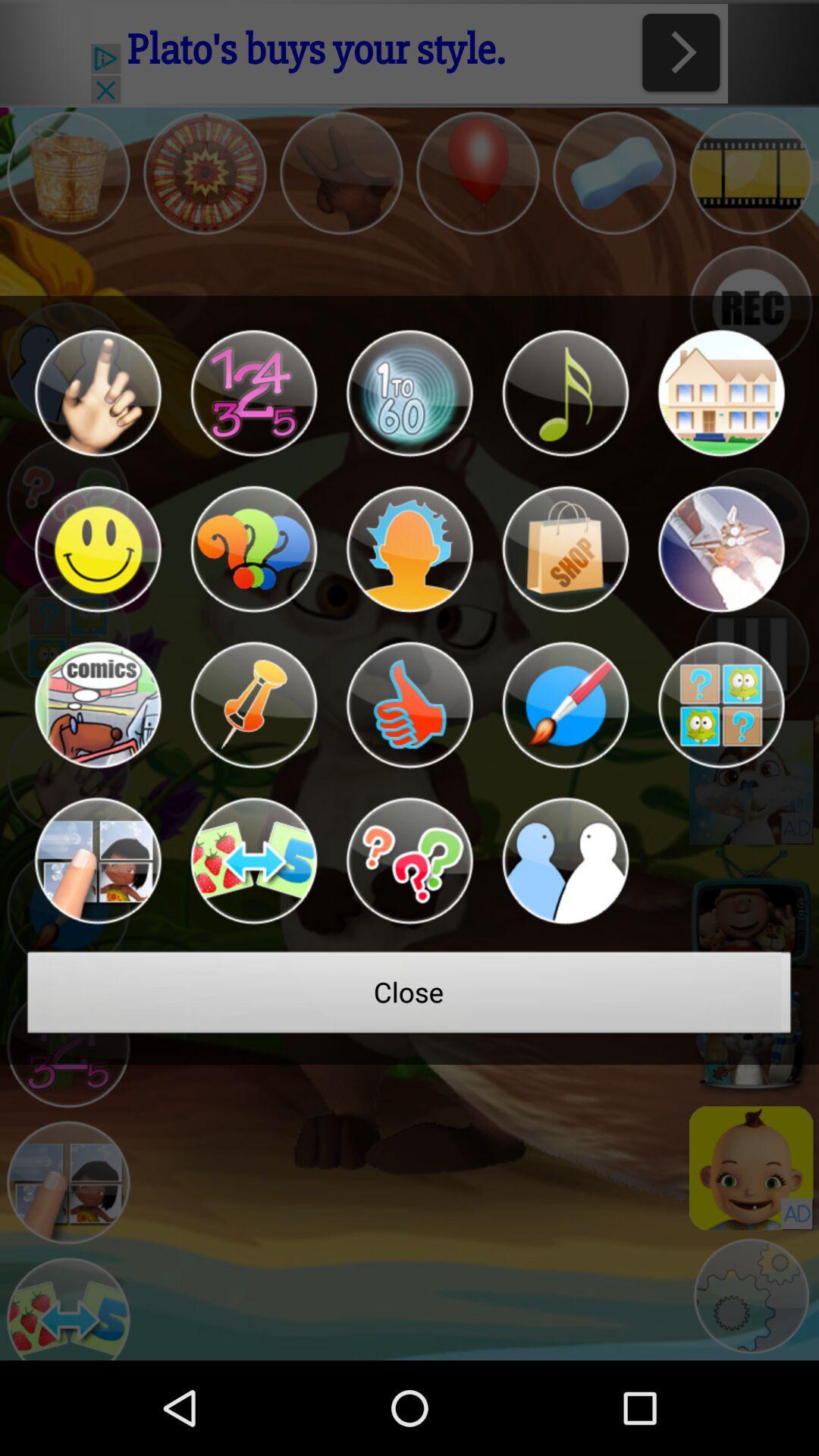  Describe the element at coordinates (97, 548) in the screenshot. I see `a learning script` at that location.